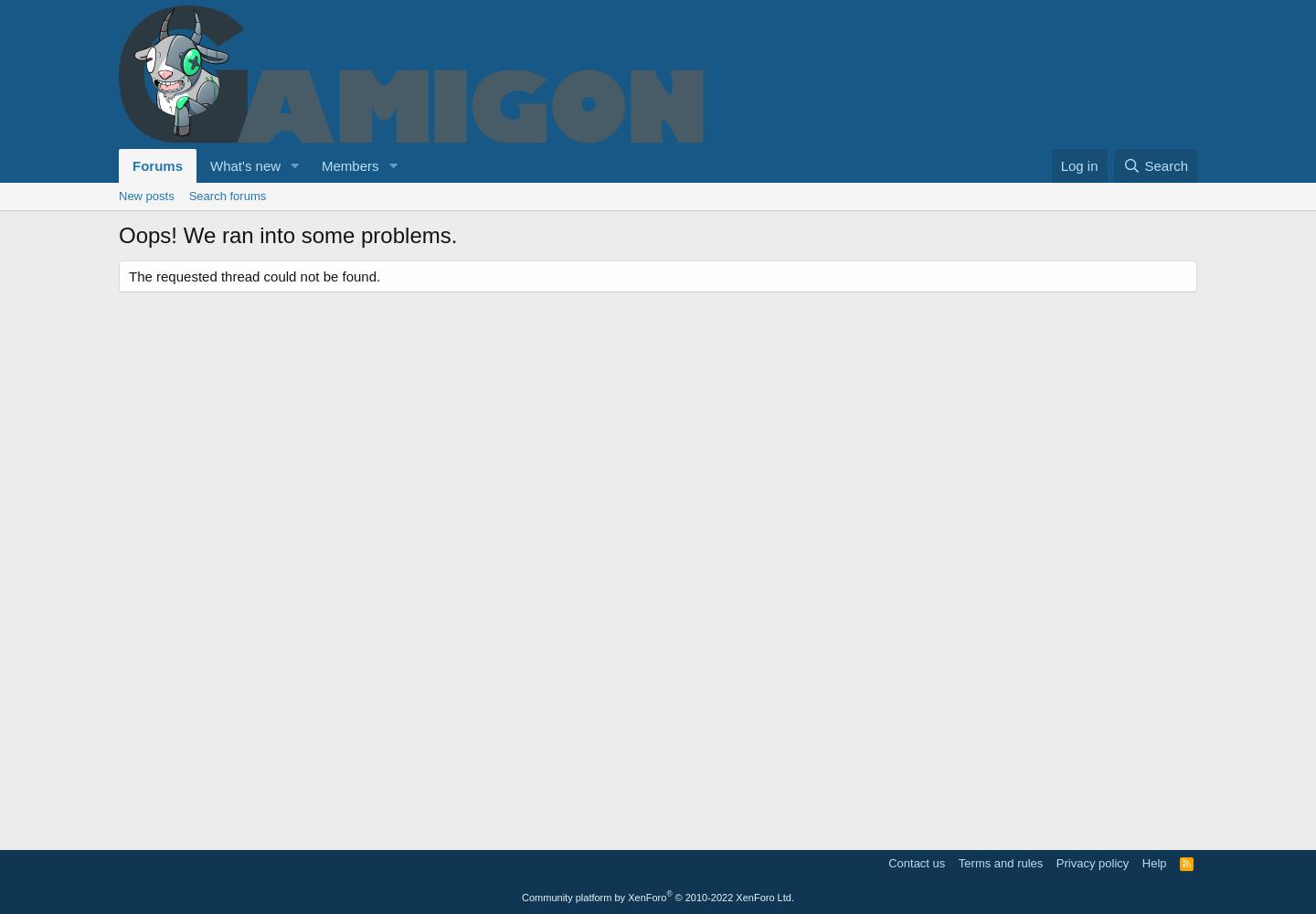  Describe the element at coordinates (144, 195) in the screenshot. I see `'New posts'` at that location.